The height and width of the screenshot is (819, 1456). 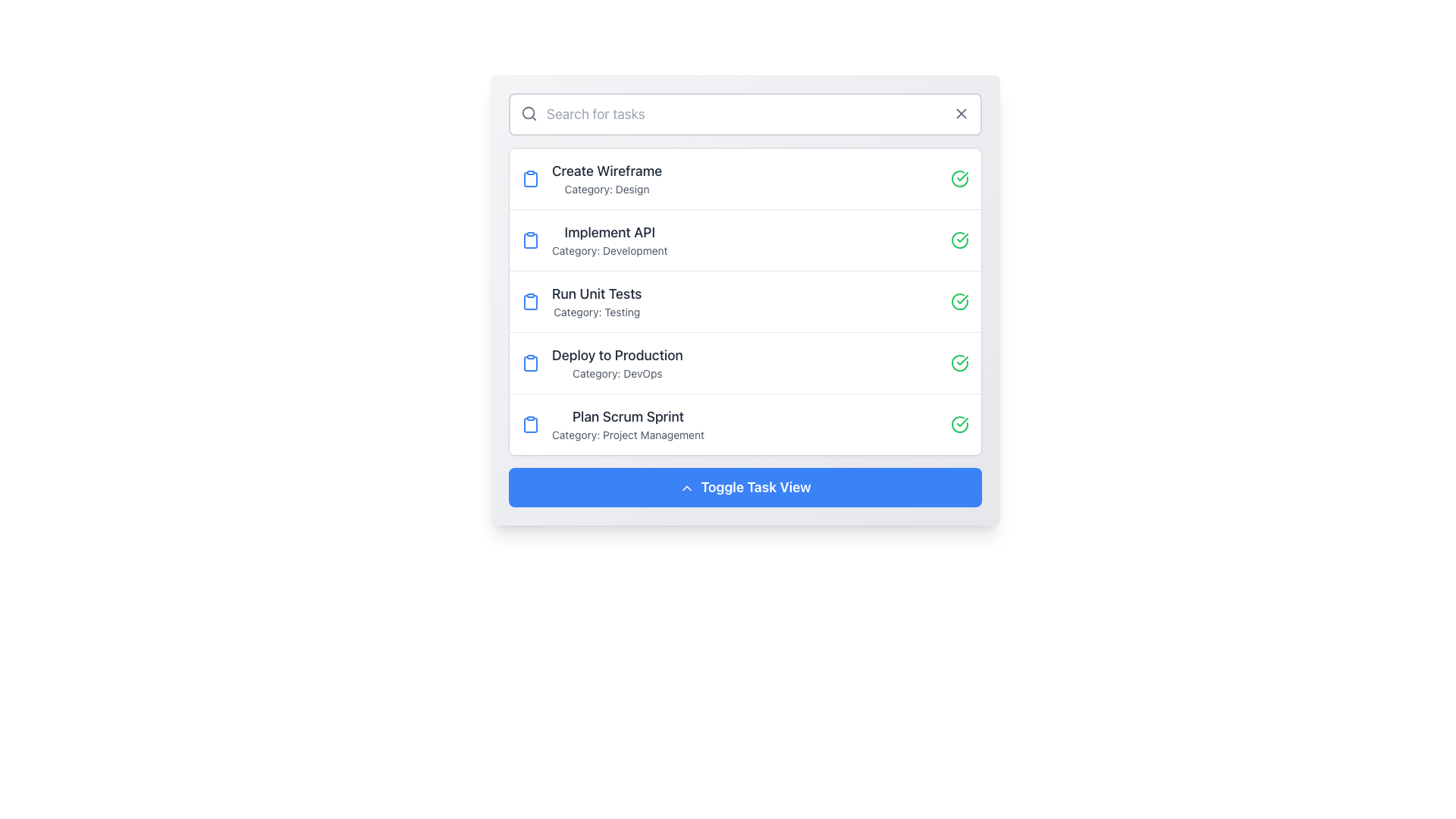 What do you see at coordinates (601, 362) in the screenshot?
I see `the Task entry with the title 'Deploy to Production' and subtitle 'Category: DevOps', which includes a blue clipboard icon, located in the fourth position of a vertical list of task items` at bounding box center [601, 362].